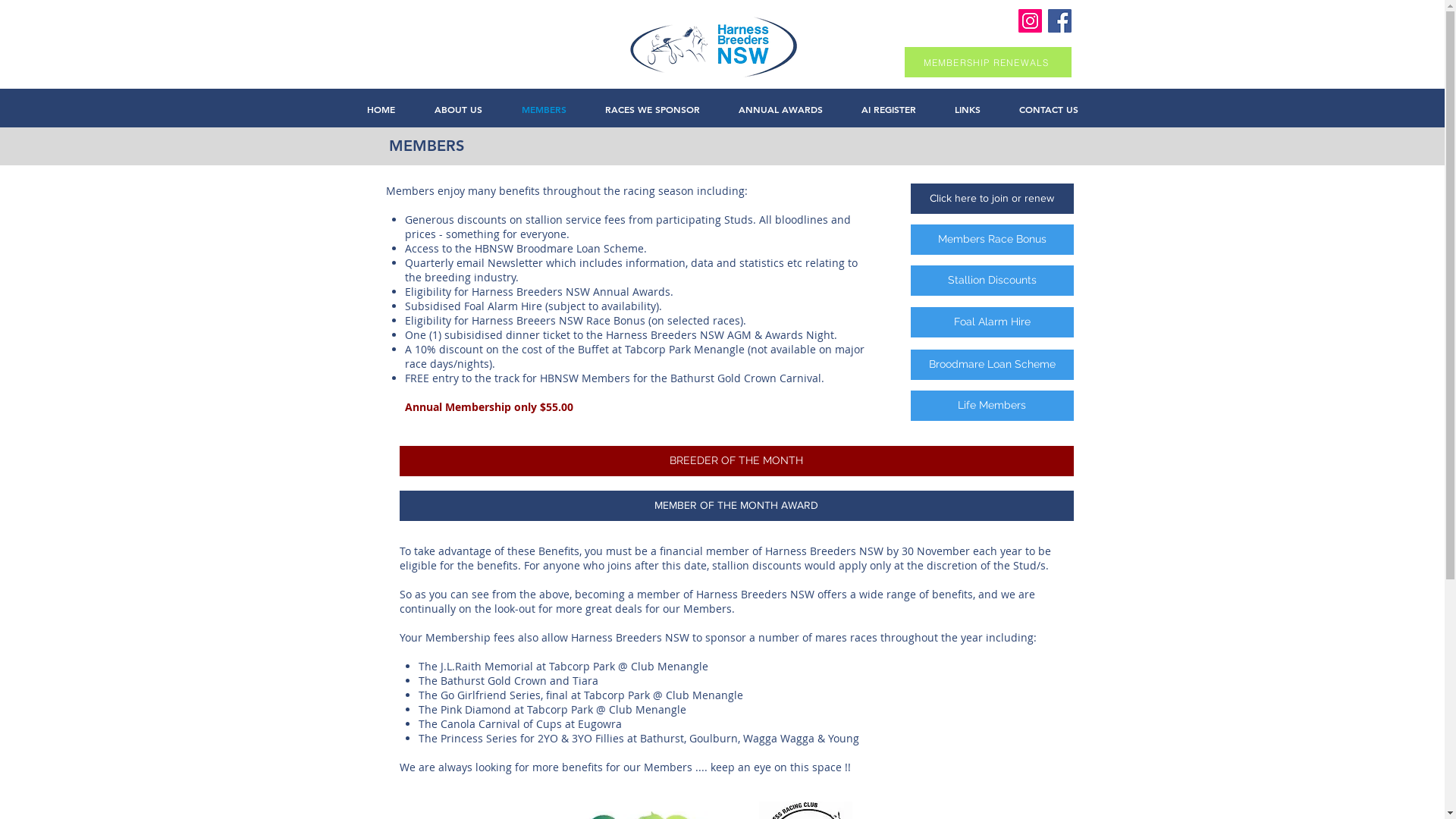 This screenshot has width=1456, height=819. What do you see at coordinates (888, 108) in the screenshot?
I see `'AI REGISTER'` at bounding box center [888, 108].